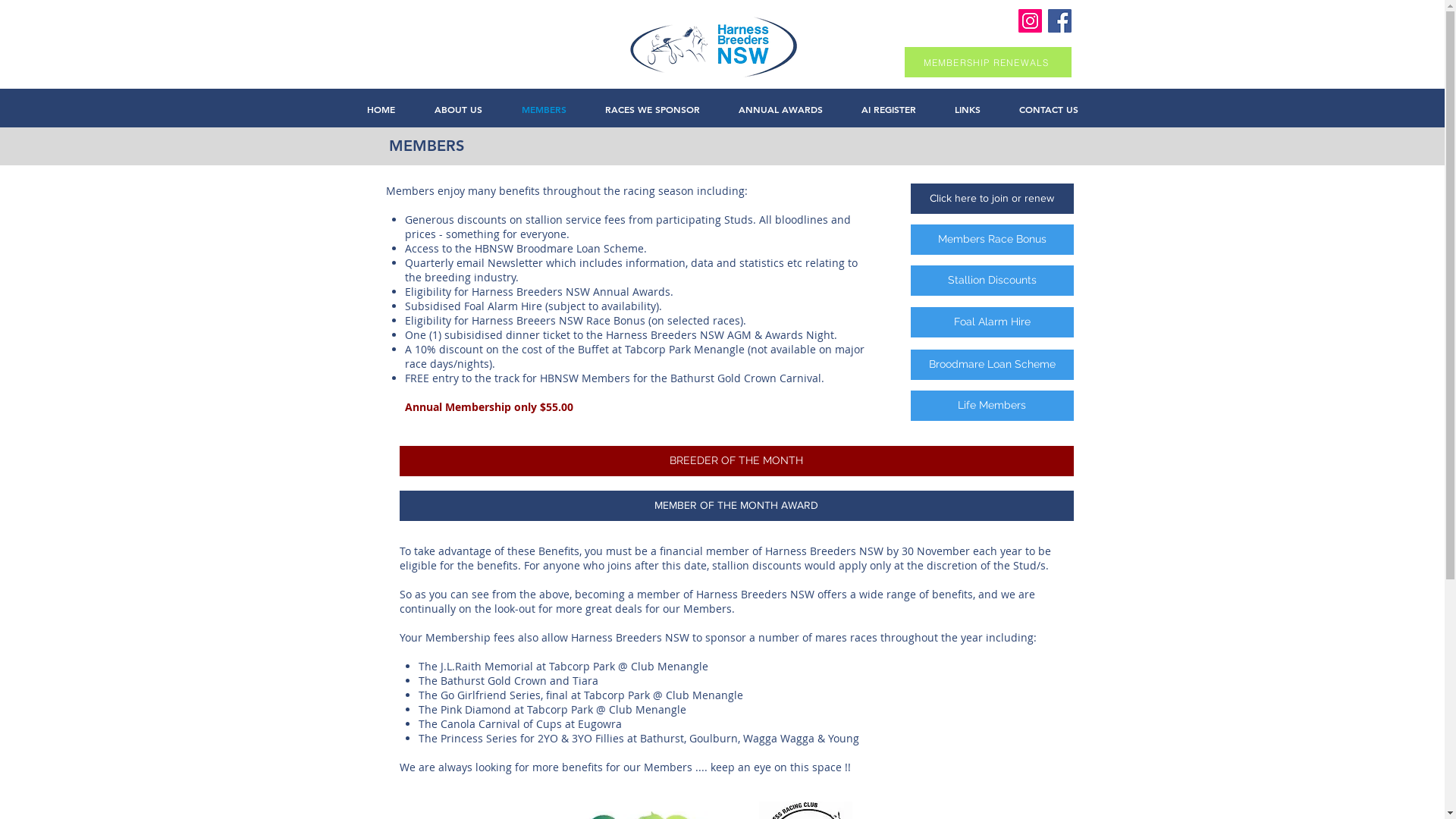 This screenshot has width=1456, height=819. What do you see at coordinates (888, 108) in the screenshot?
I see `'AI REGISTER'` at bounding box center [888, 108].